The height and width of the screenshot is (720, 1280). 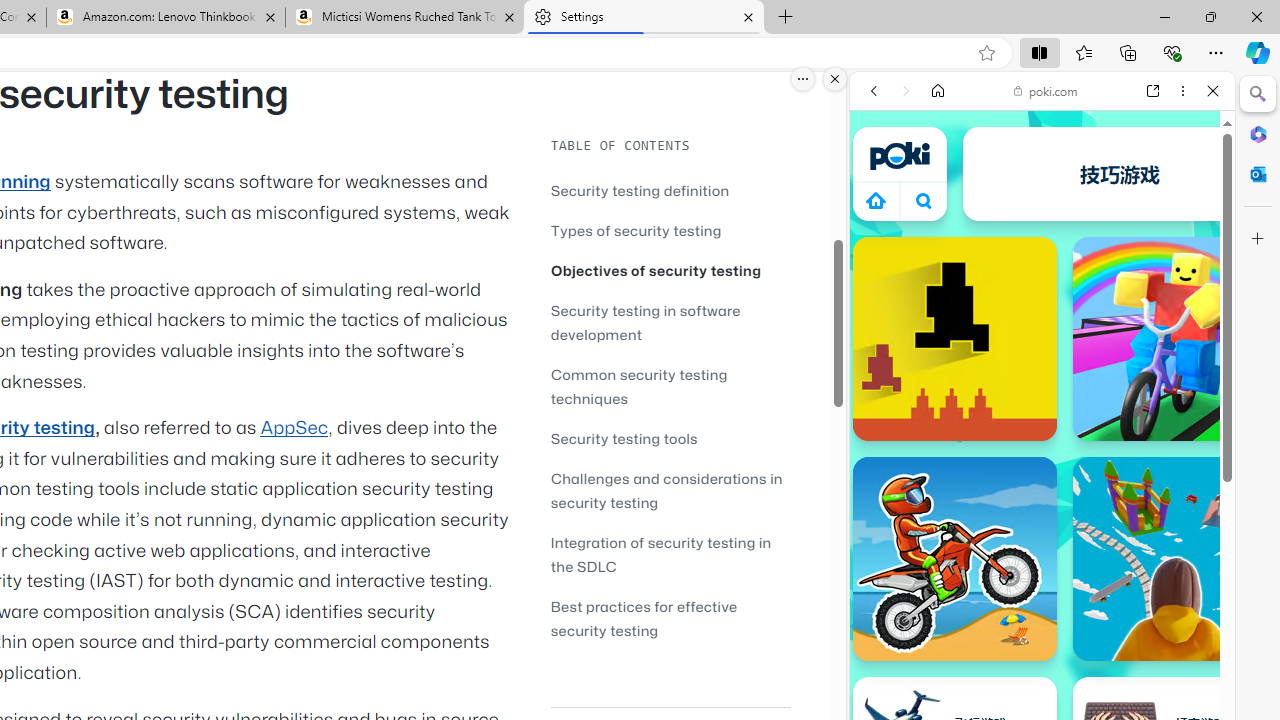 I want to click on 'Rainbow Obby', so click(x=1175, y=337).